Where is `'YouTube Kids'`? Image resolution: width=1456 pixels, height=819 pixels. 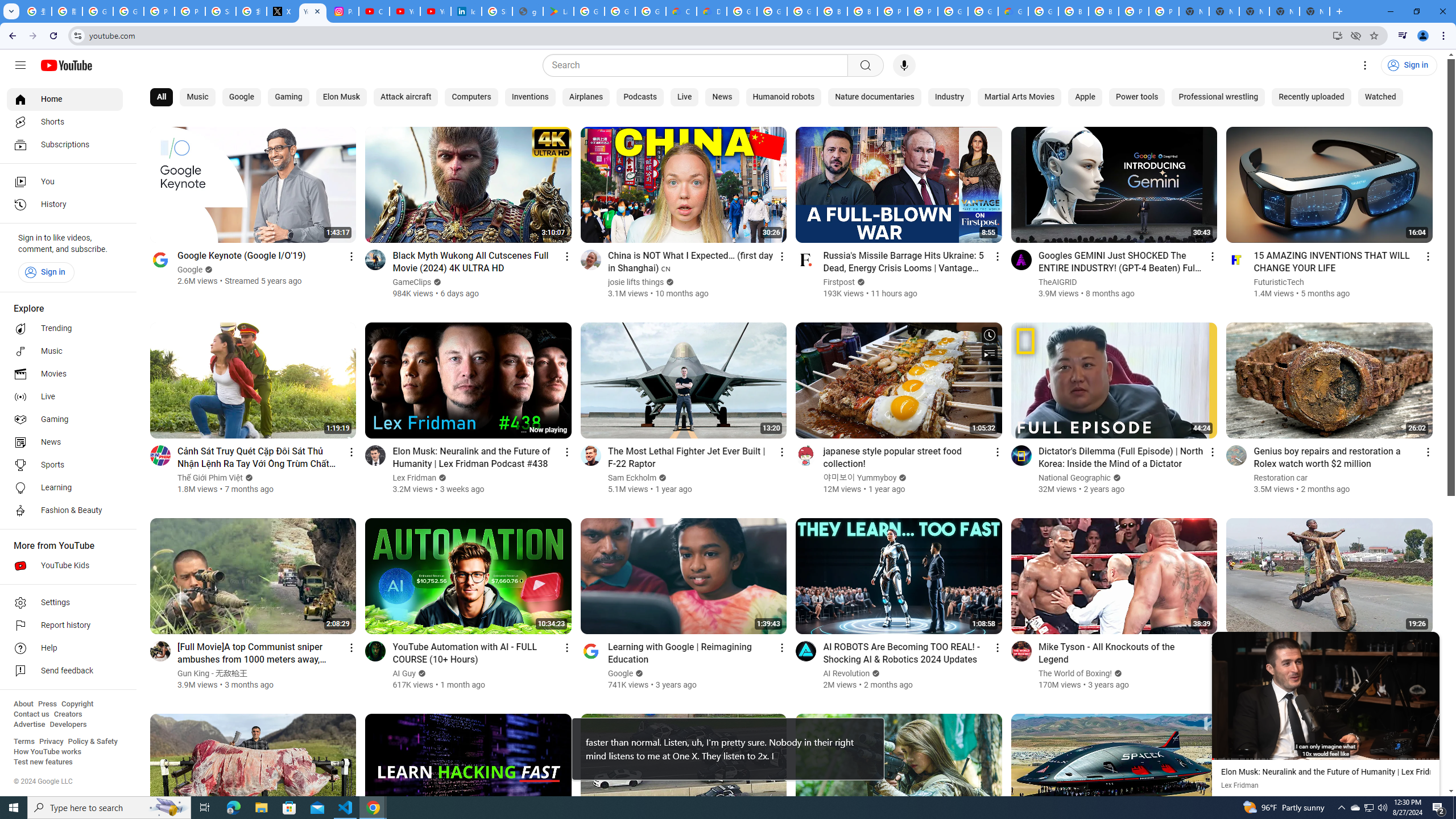
'YouTube Kids' is located at coordinates (64, 566).